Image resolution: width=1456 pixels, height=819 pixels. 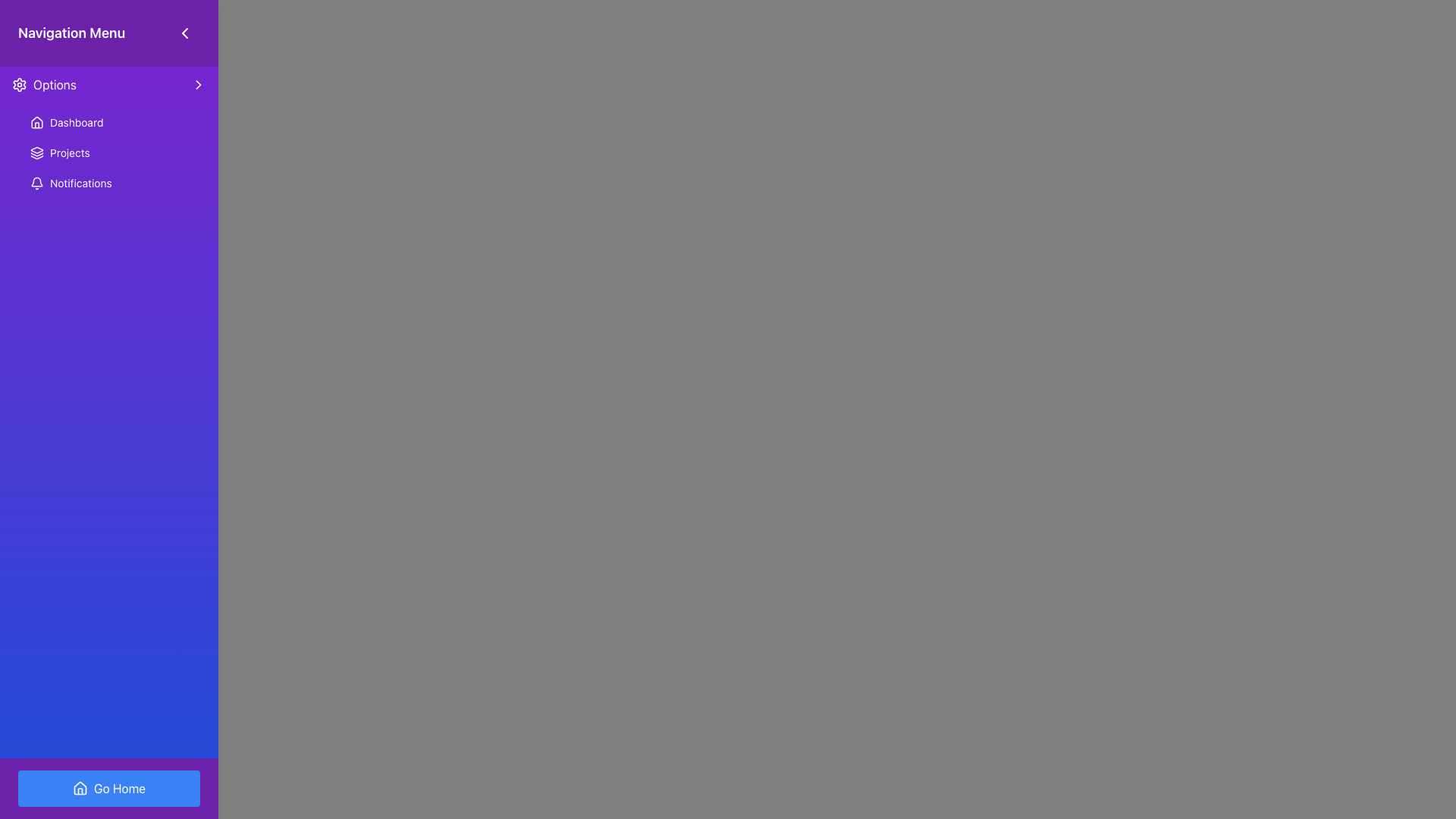 What do you see at coordinates (184, 33) in the screenshot?
I see `the leftward chevron-shaped icon button with a purple background in the top right corner of the navigation menu header` at bounding box center [184, 33].